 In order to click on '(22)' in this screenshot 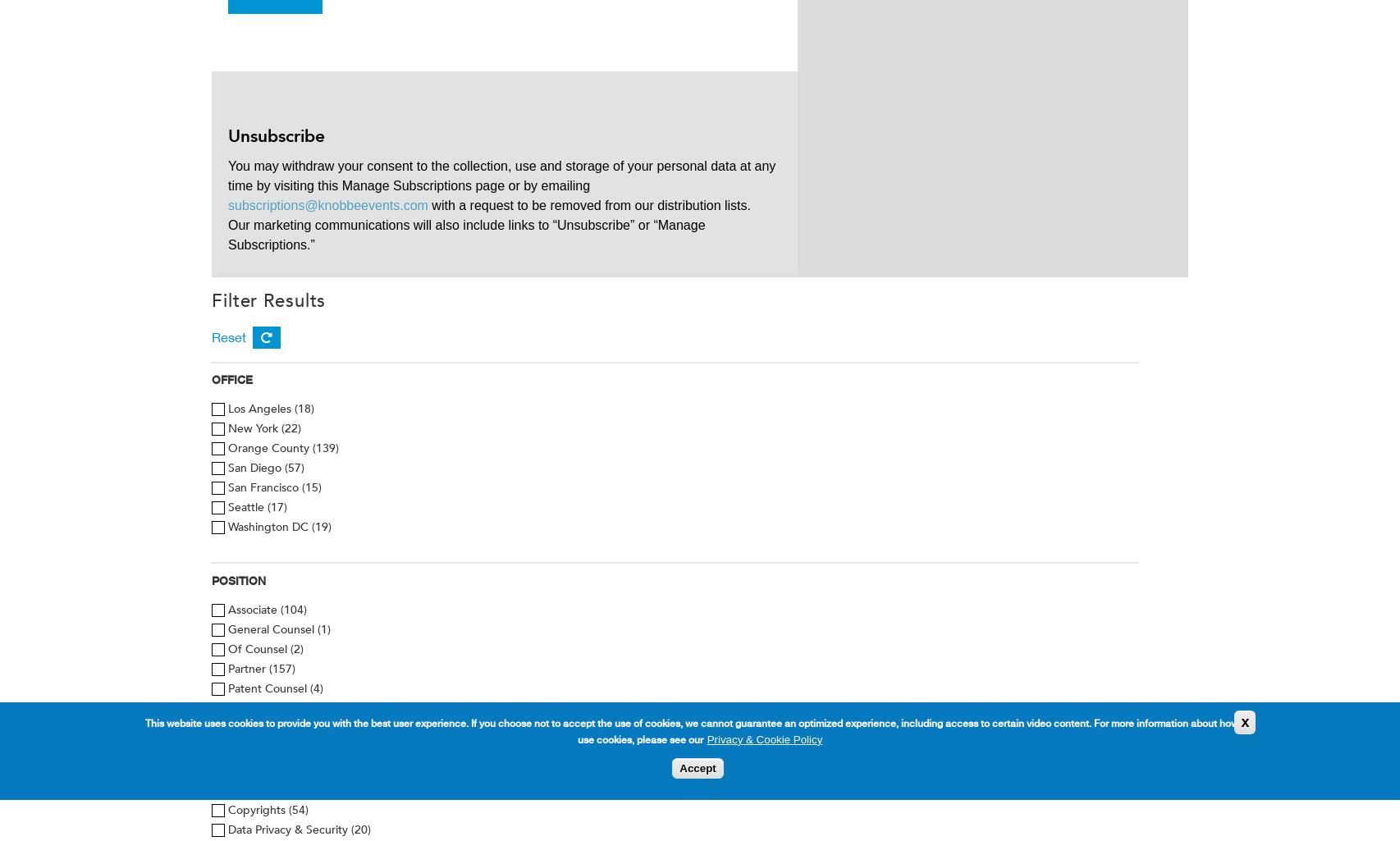, I will do `click(291, 427)`.